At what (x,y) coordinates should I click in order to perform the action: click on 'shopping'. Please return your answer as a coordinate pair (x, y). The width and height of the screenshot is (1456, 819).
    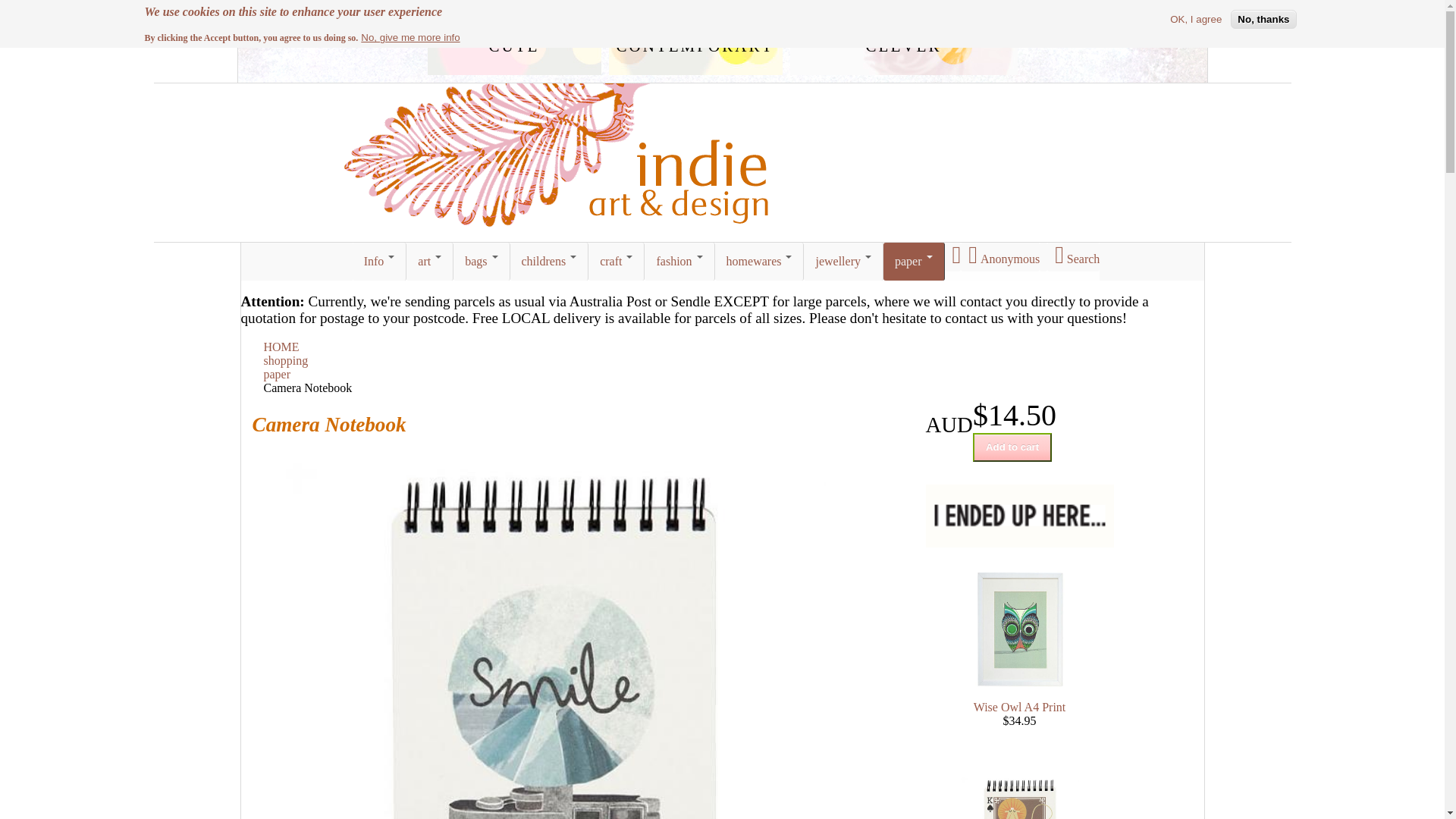
    Looking at the image, I should click on (286, 360).